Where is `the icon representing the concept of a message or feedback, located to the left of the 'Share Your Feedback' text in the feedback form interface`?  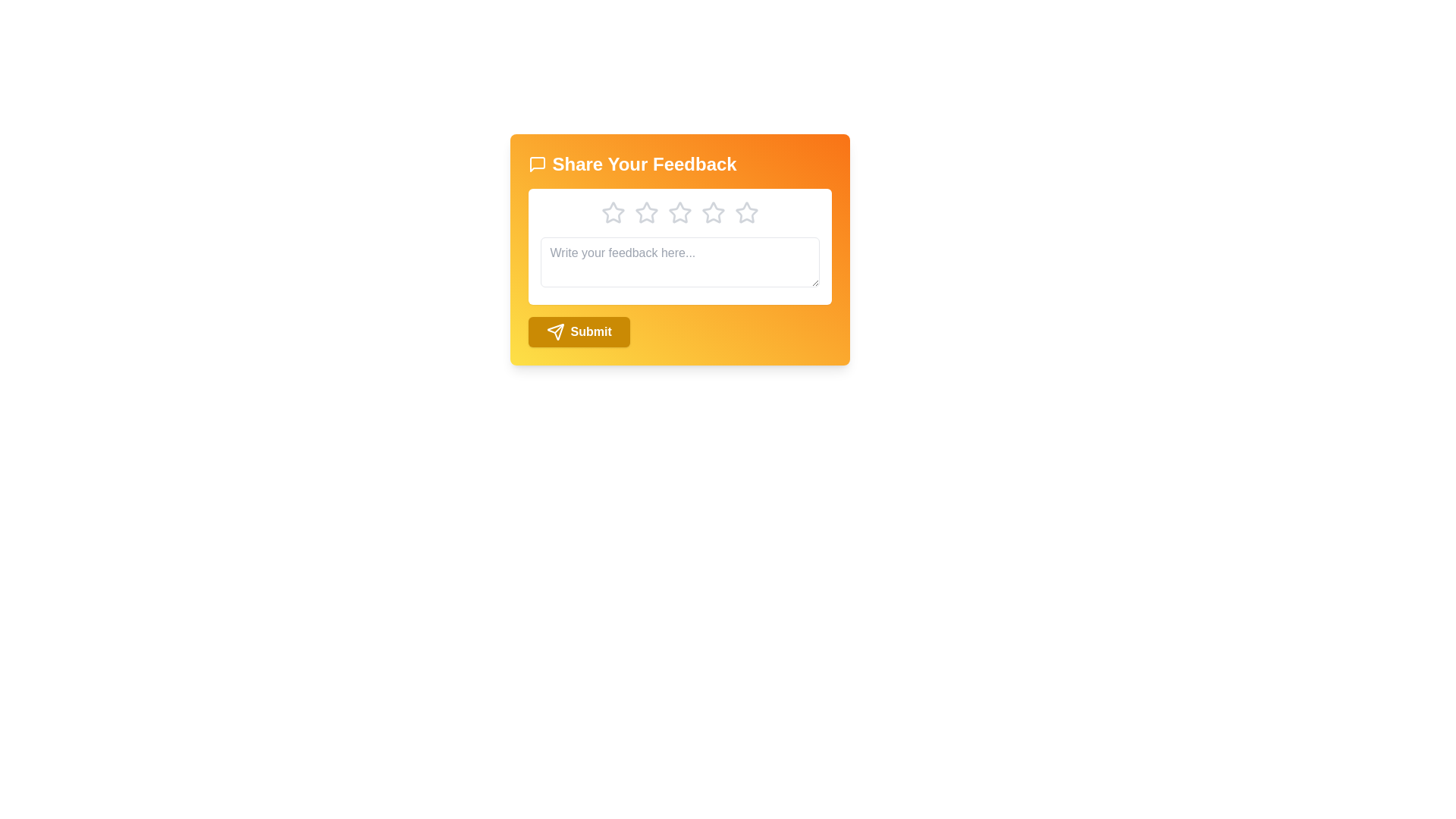 the icon representing the concept of a message or feedback, located to the left of the 'Share Your Feedback' text in the feedback form interface is located at coordinates (537, 164).